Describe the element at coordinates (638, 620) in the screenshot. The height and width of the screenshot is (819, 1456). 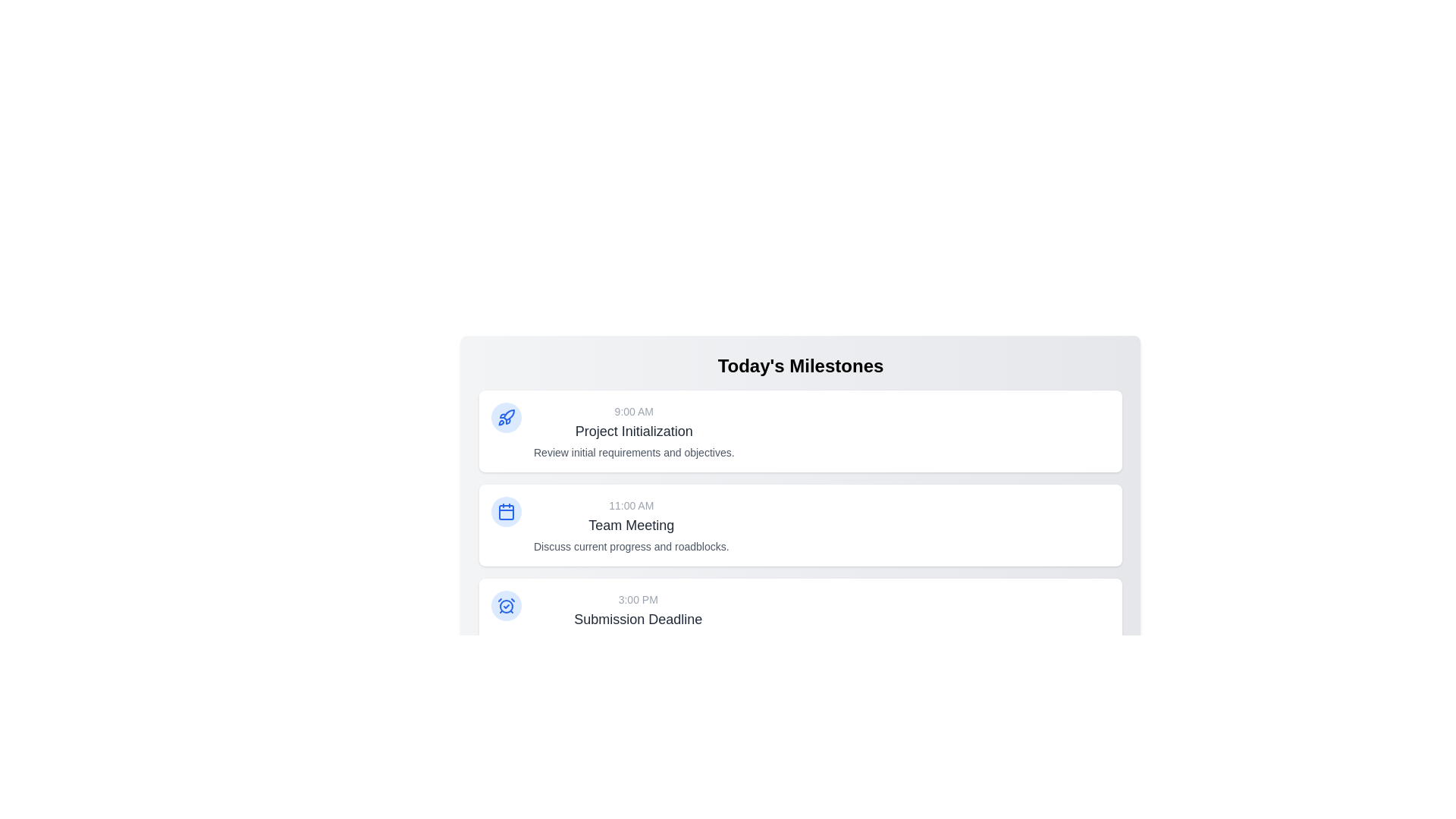
I see `the 'Submission Deadline' text block located under 'Today's Milestones' section to use it as a reference` at that location.